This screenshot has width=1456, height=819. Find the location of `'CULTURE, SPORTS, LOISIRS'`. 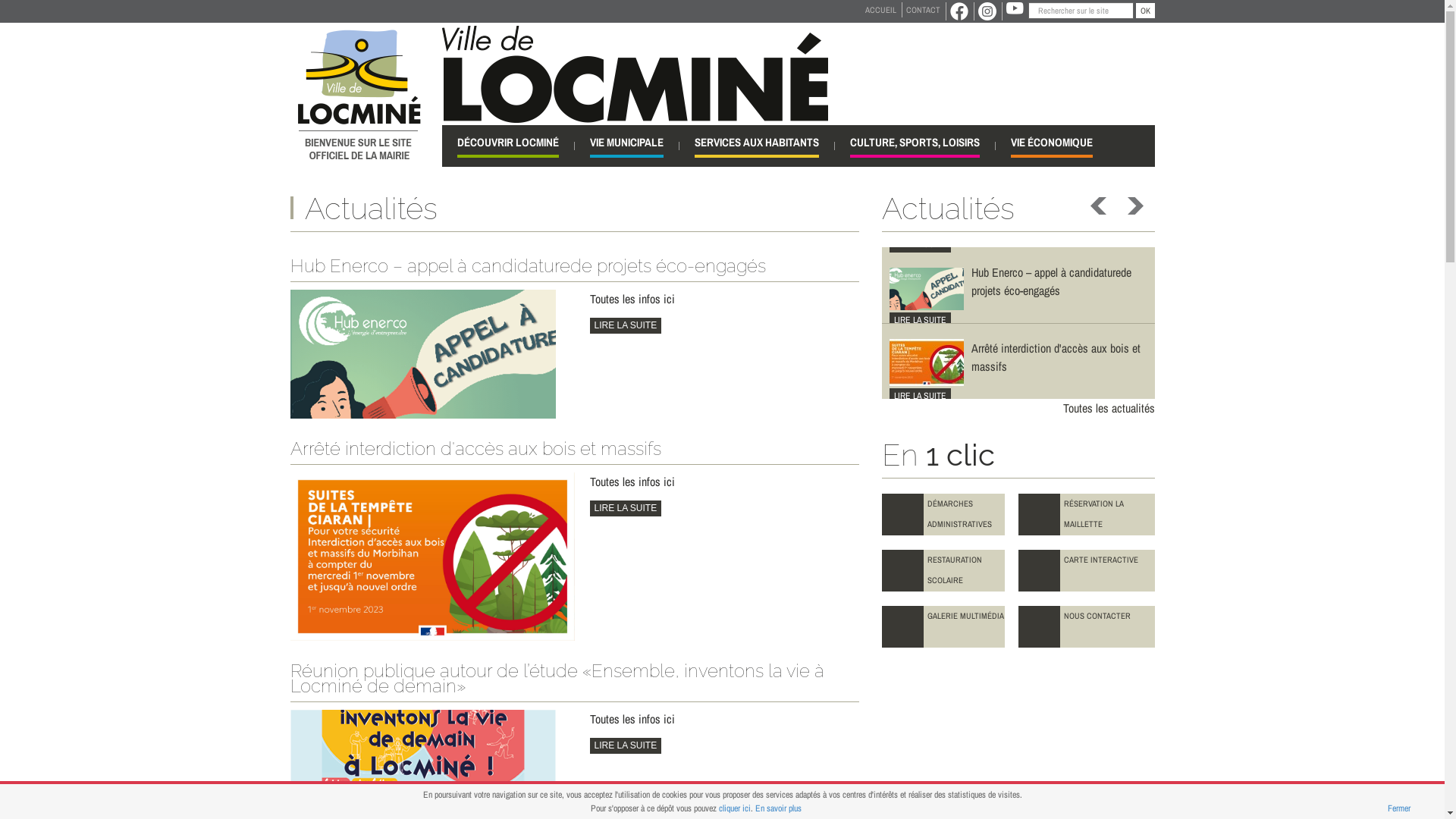

'CULTURE, SPORTS, LOISIRS' is located at coordinates (913, 146).